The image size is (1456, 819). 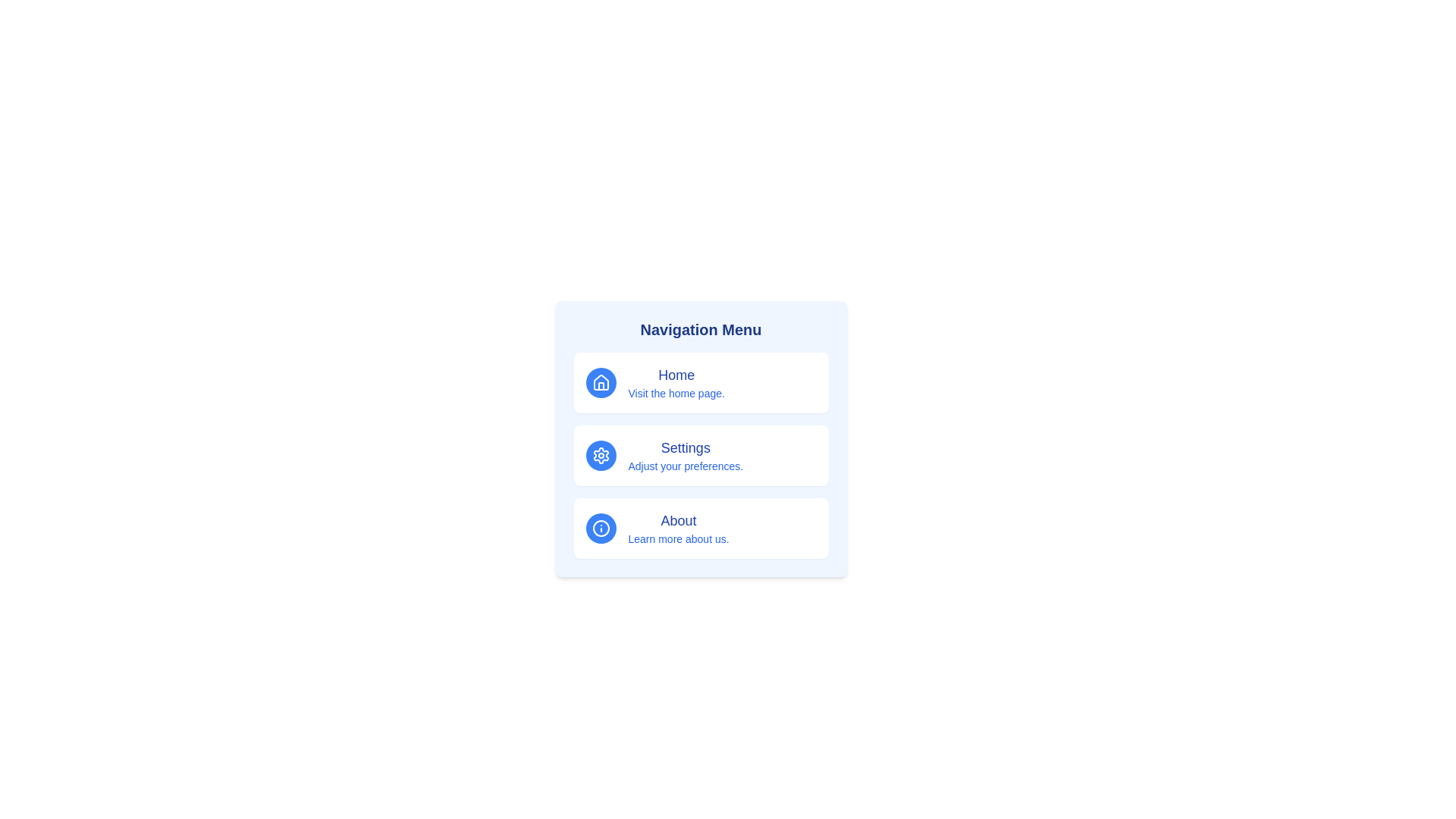 I want to click on the 'About' button or interactive panel with icon and text, so click(x=700, y=528).